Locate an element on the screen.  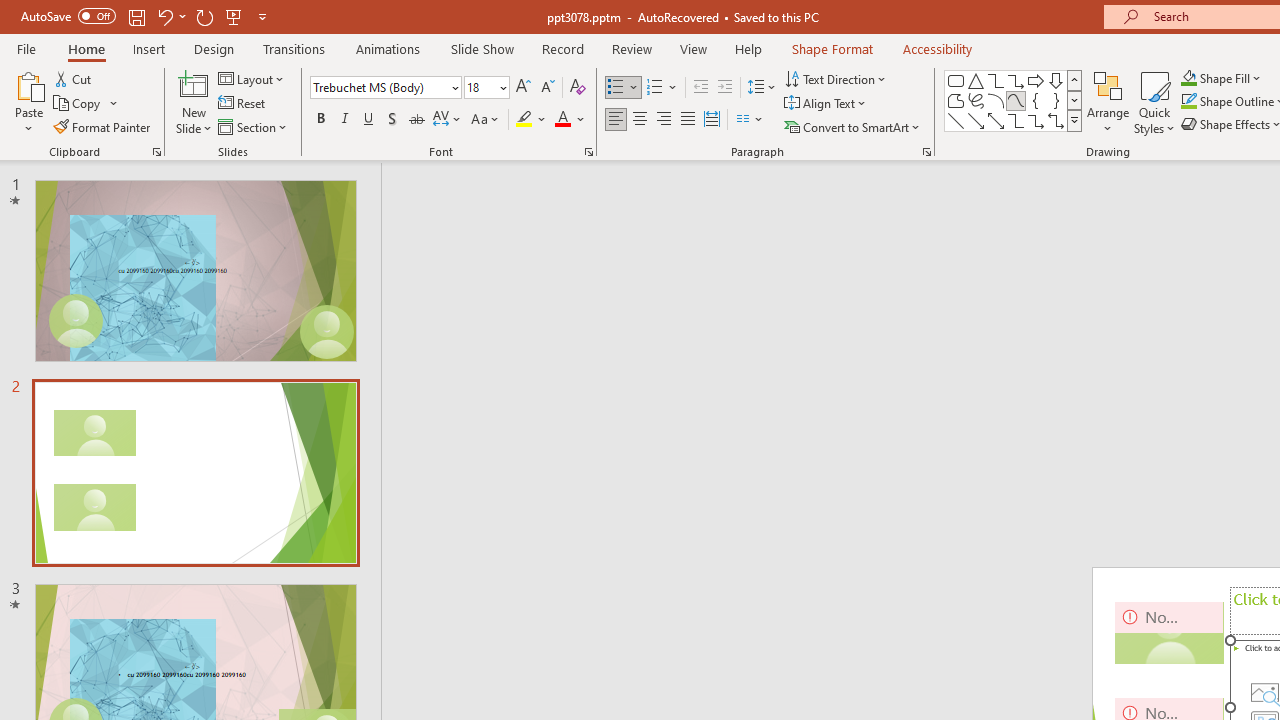
'Connector: Elbow Double-Arrow' is located at coordinates (1055, 120).